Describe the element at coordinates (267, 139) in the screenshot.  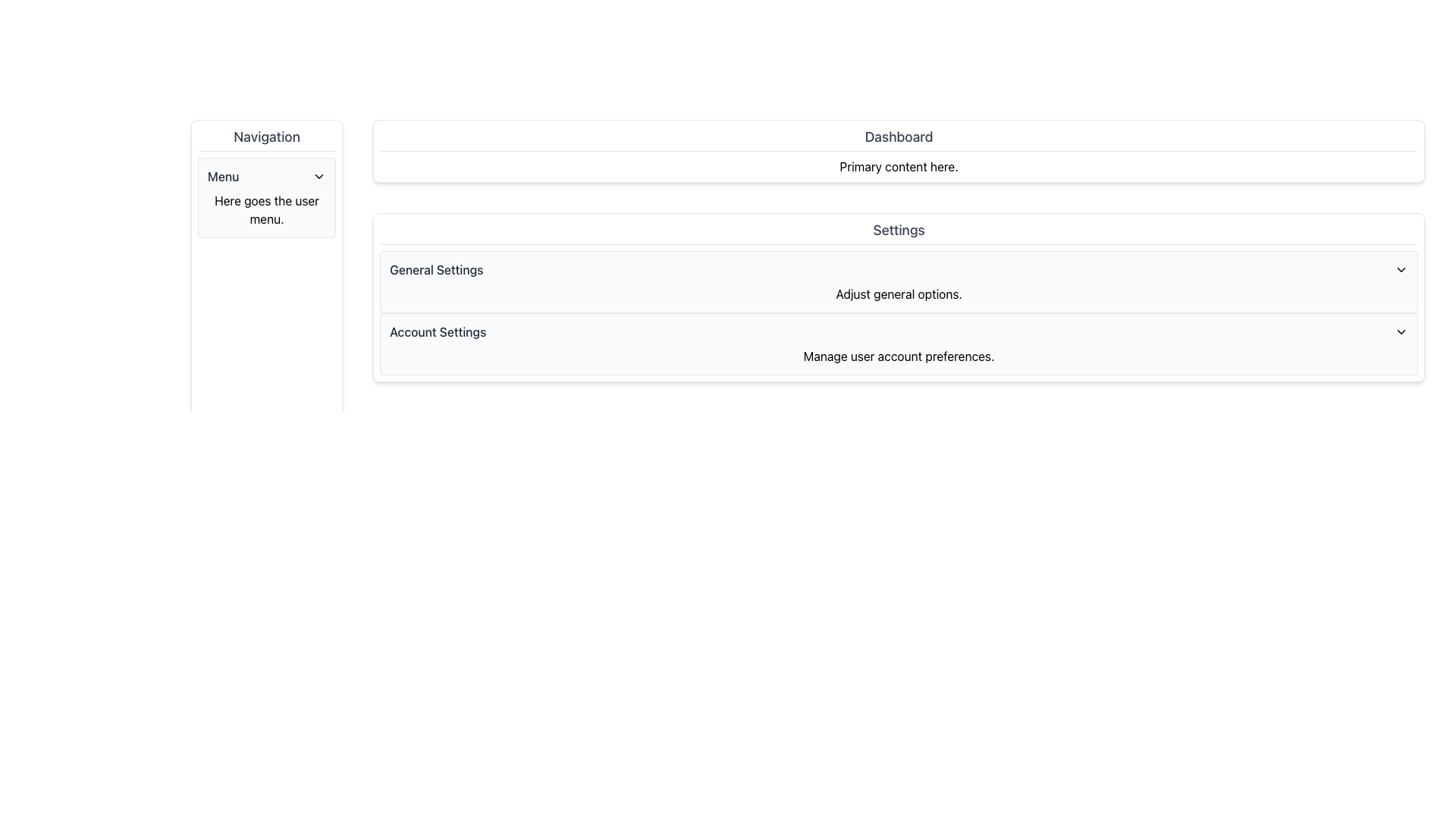
I see `text of the descriptive title located at the top of the vertical navigation panel on the left side of the interface` at that location.